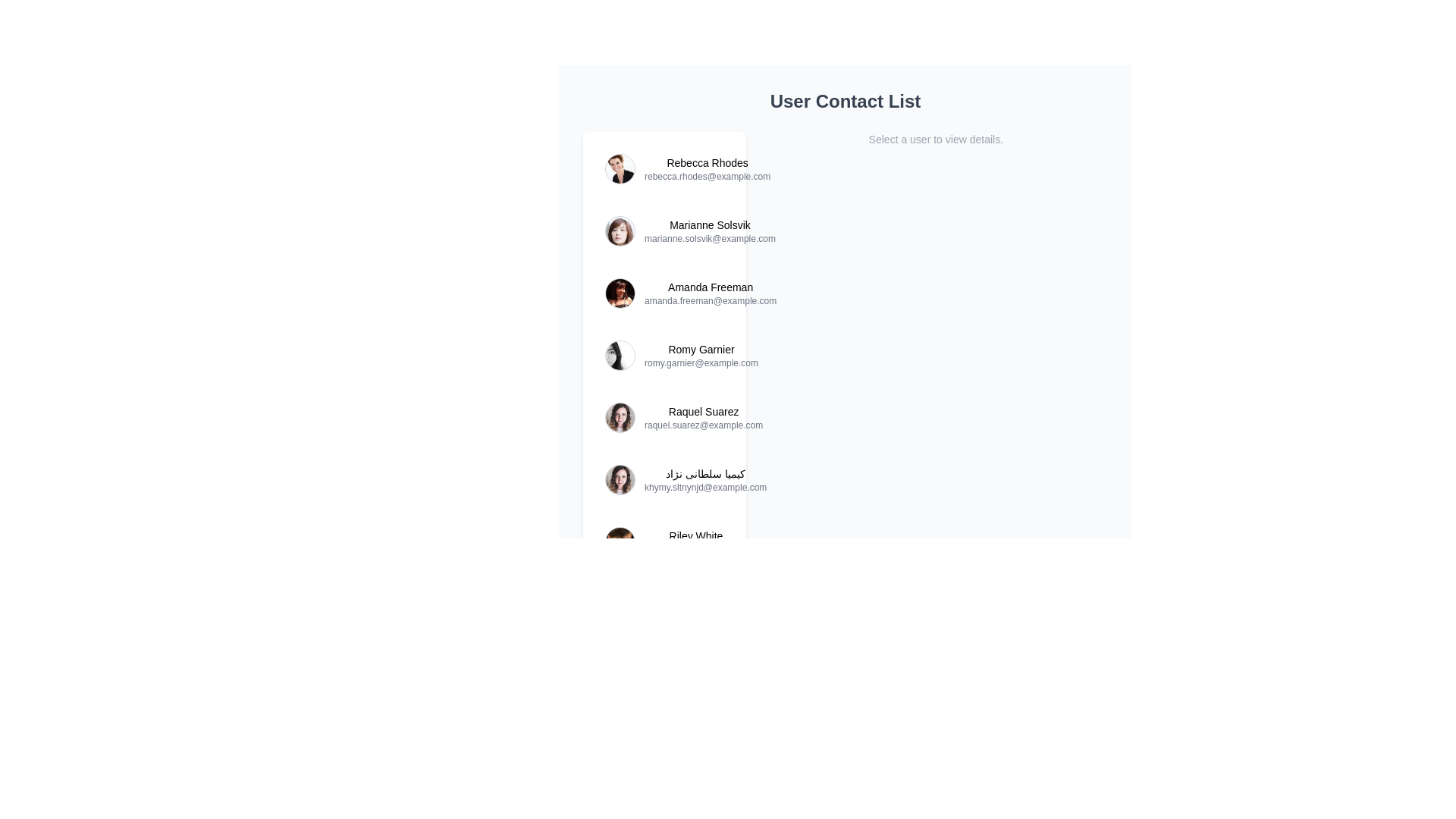 The image size is (1456, 819). I want to click on the email address text label displaying the user's email in the contact list, located below the name 'کیمیا سلطانی نژاد', so click(704, 488).